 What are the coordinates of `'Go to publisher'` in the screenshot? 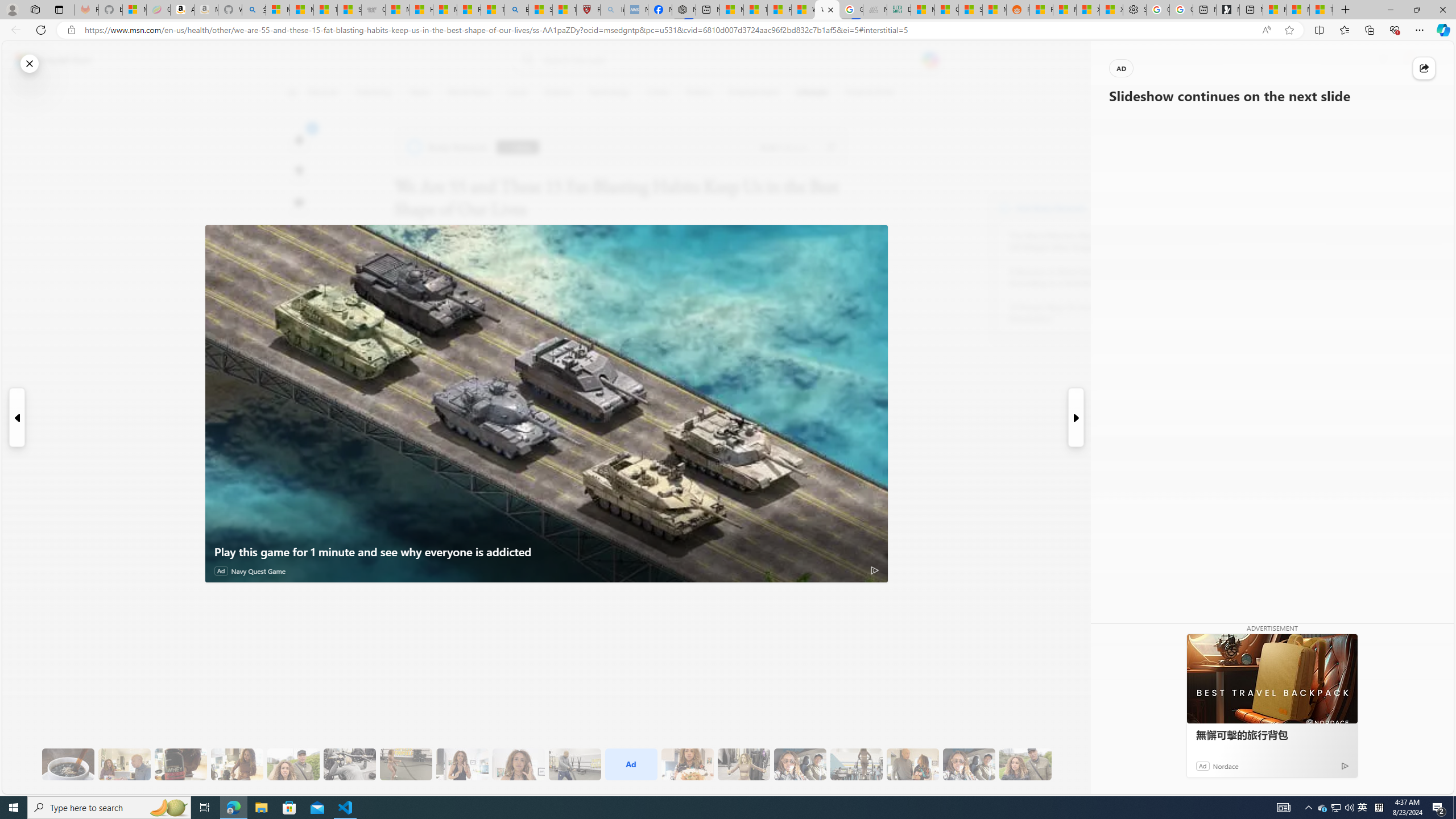 It's located at (830, 147).